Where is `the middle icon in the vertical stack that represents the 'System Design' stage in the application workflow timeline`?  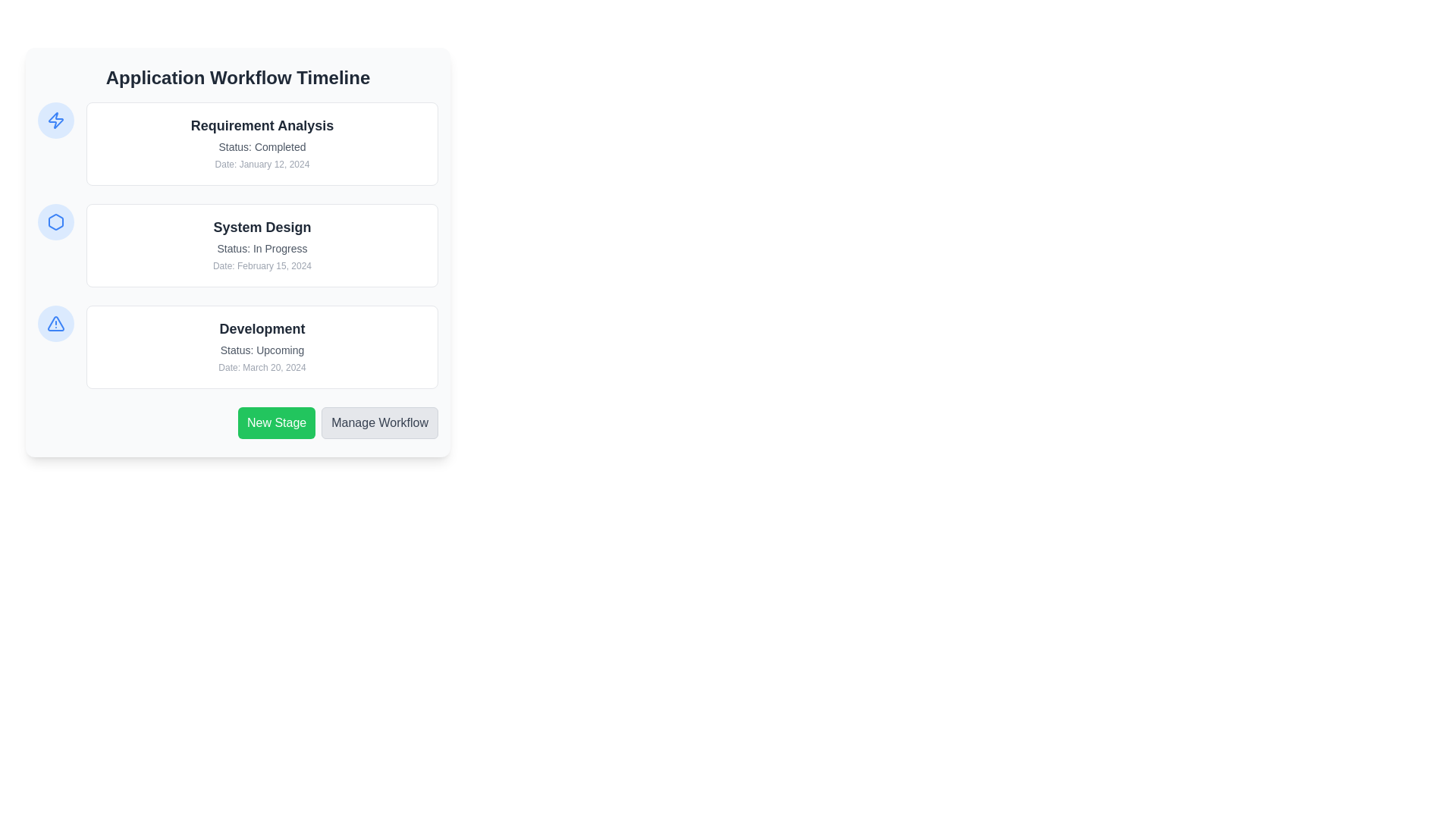
the middle icon in the vertical stack that represents the 'System Design' stage in the application workflow timeline is located at coordinates (55, 222).